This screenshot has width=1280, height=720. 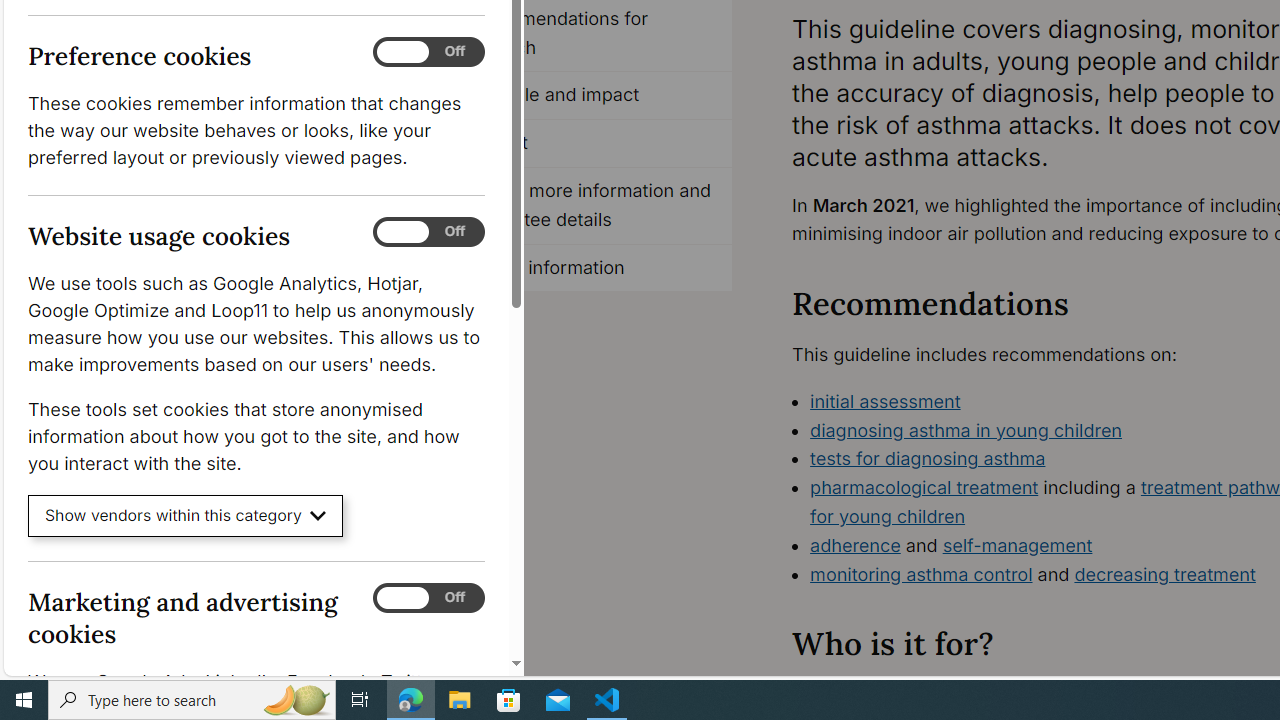 What do you see at coordinates (884, 401) in the screenshot?
I see `'initial assessment'` at bounding box center [884, 401].